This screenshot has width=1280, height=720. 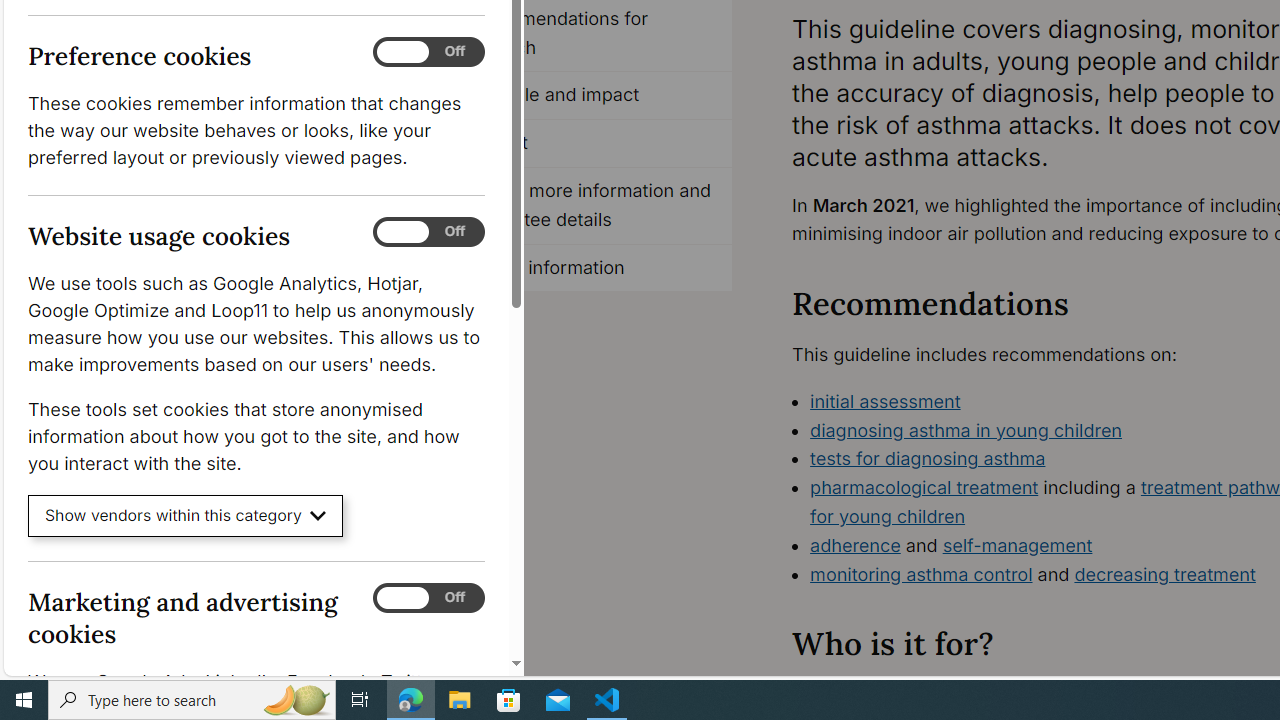 What do you see at coordinates (884, 401) in the screenshot?
I see `'initial assessment'` at bounding box center [884, 401].